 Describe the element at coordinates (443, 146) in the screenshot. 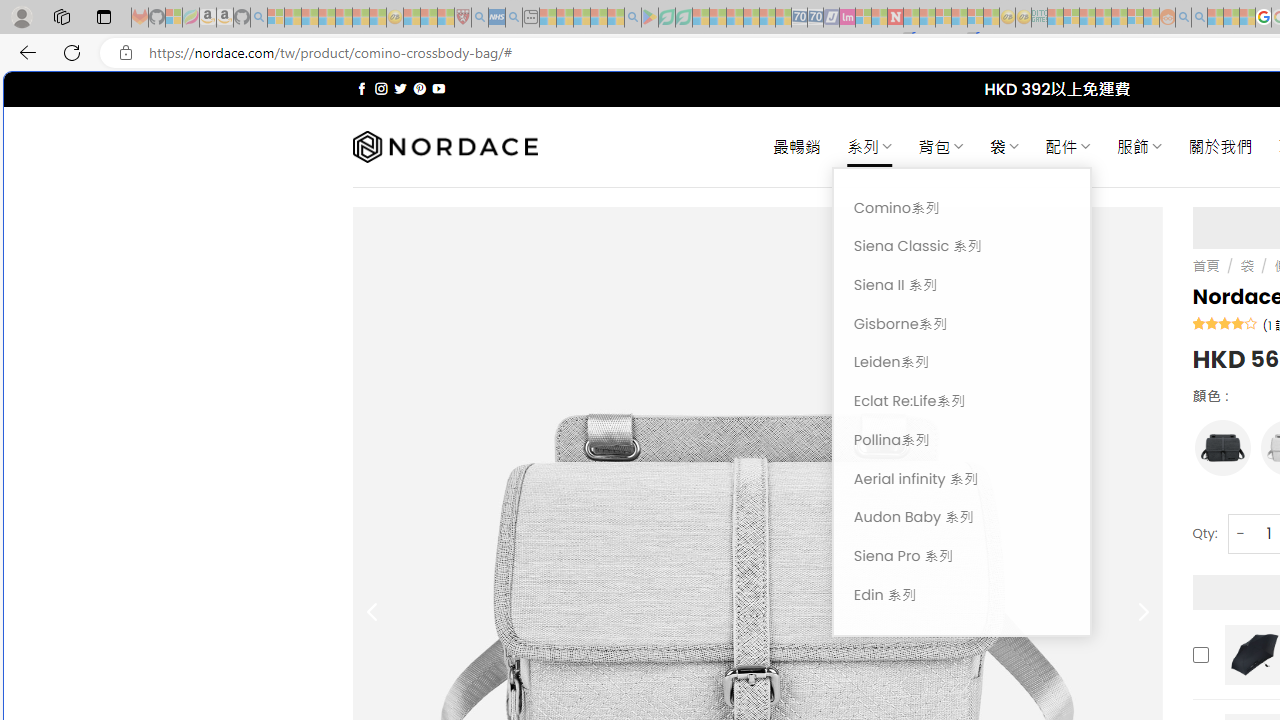

I see `'Nordace'` at that location.